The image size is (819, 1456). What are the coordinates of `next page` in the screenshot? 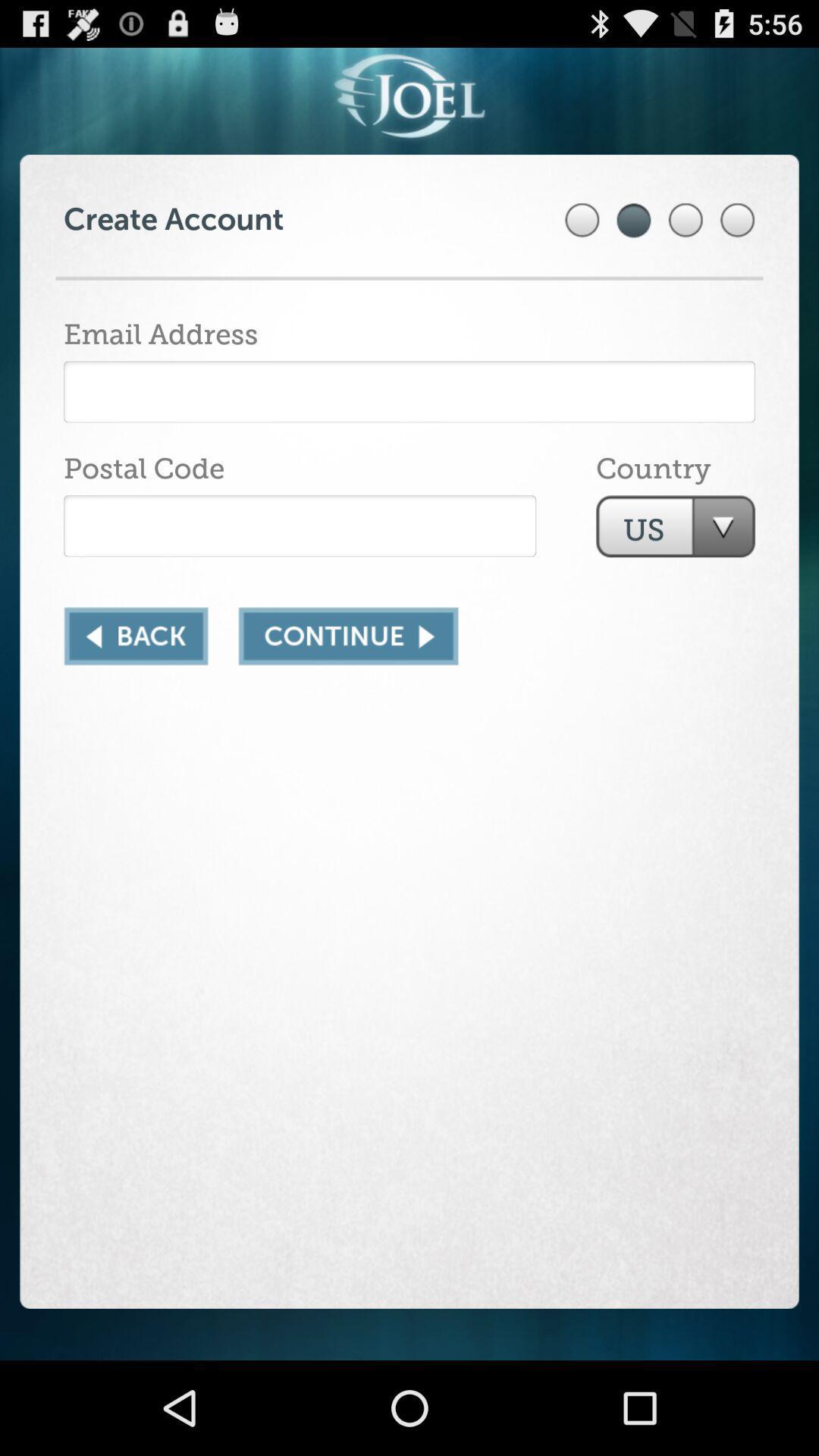 It's located at (348, 636).